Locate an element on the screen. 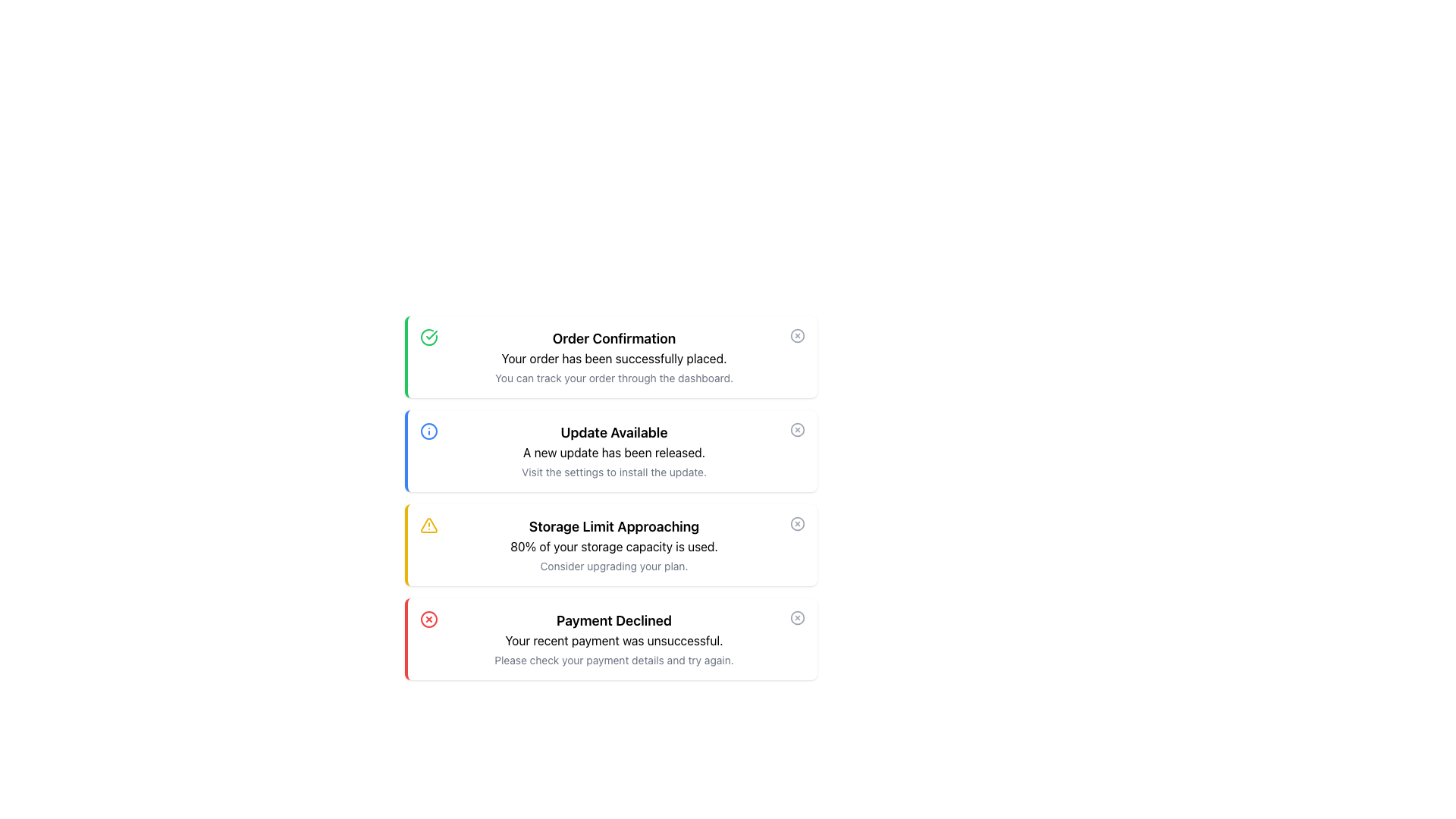 Image resolution: width=1456 pixels, height=819 pixels. the static text that provides additional guidance on the update available notification card, located centrally in the third line of the card is located at coordinates (614, 472).